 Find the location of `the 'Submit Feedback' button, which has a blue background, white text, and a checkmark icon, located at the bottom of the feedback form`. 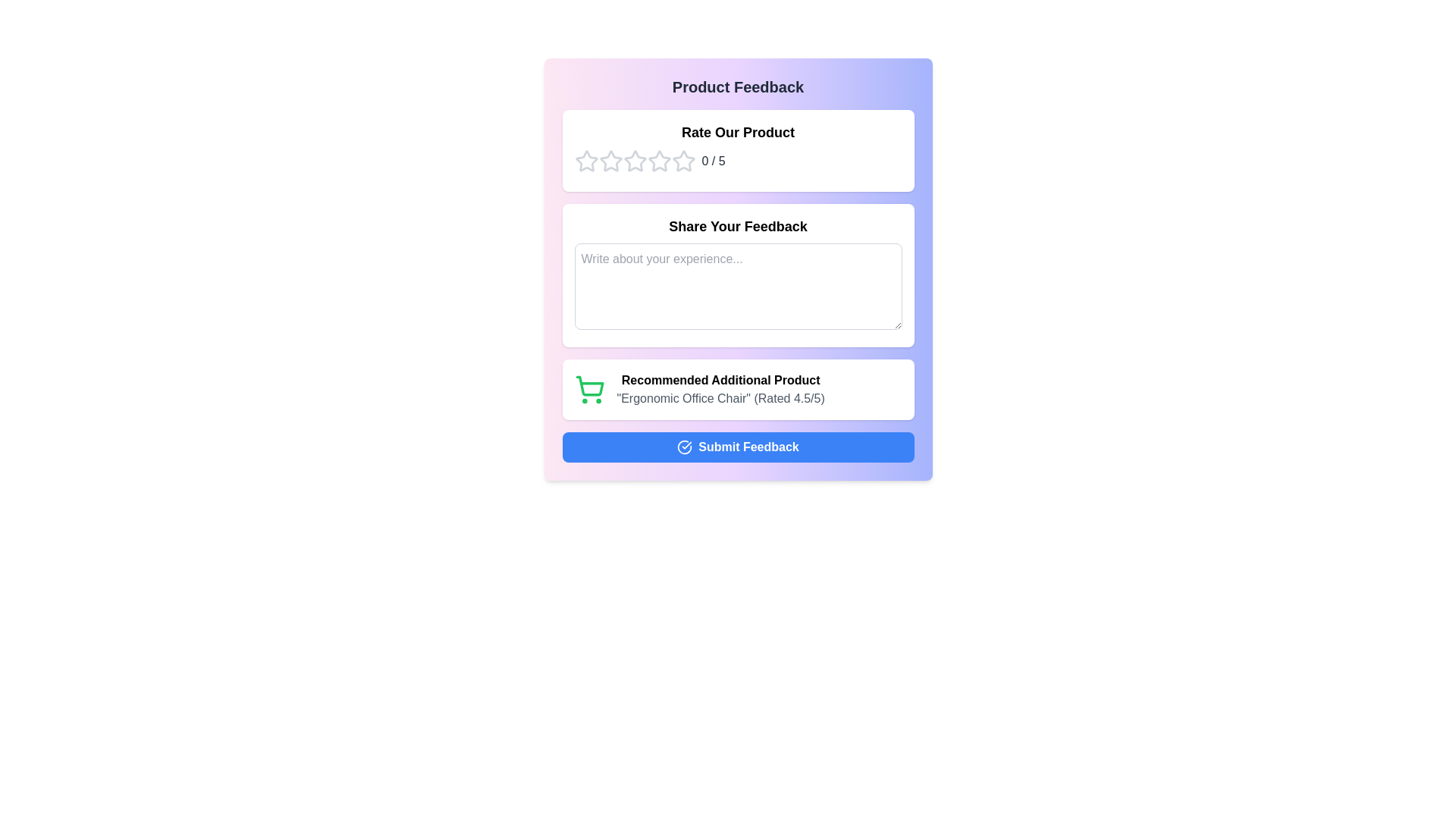

the 'Submit Feedback' button, which has a blue background, white text, and a checkmark icon, located at the bottom of the feedback form is located at coordinates (738, 447).